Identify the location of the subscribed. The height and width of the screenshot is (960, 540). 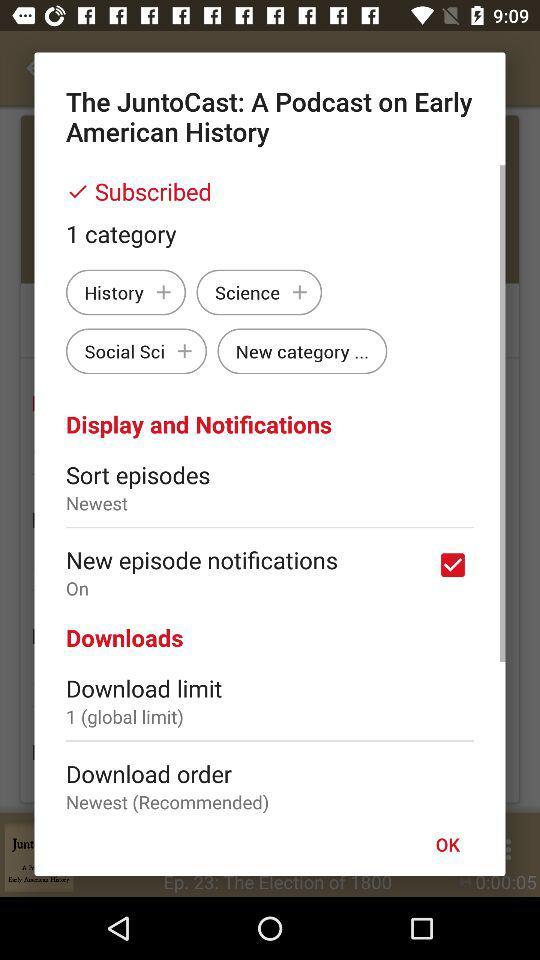
(270, 191).